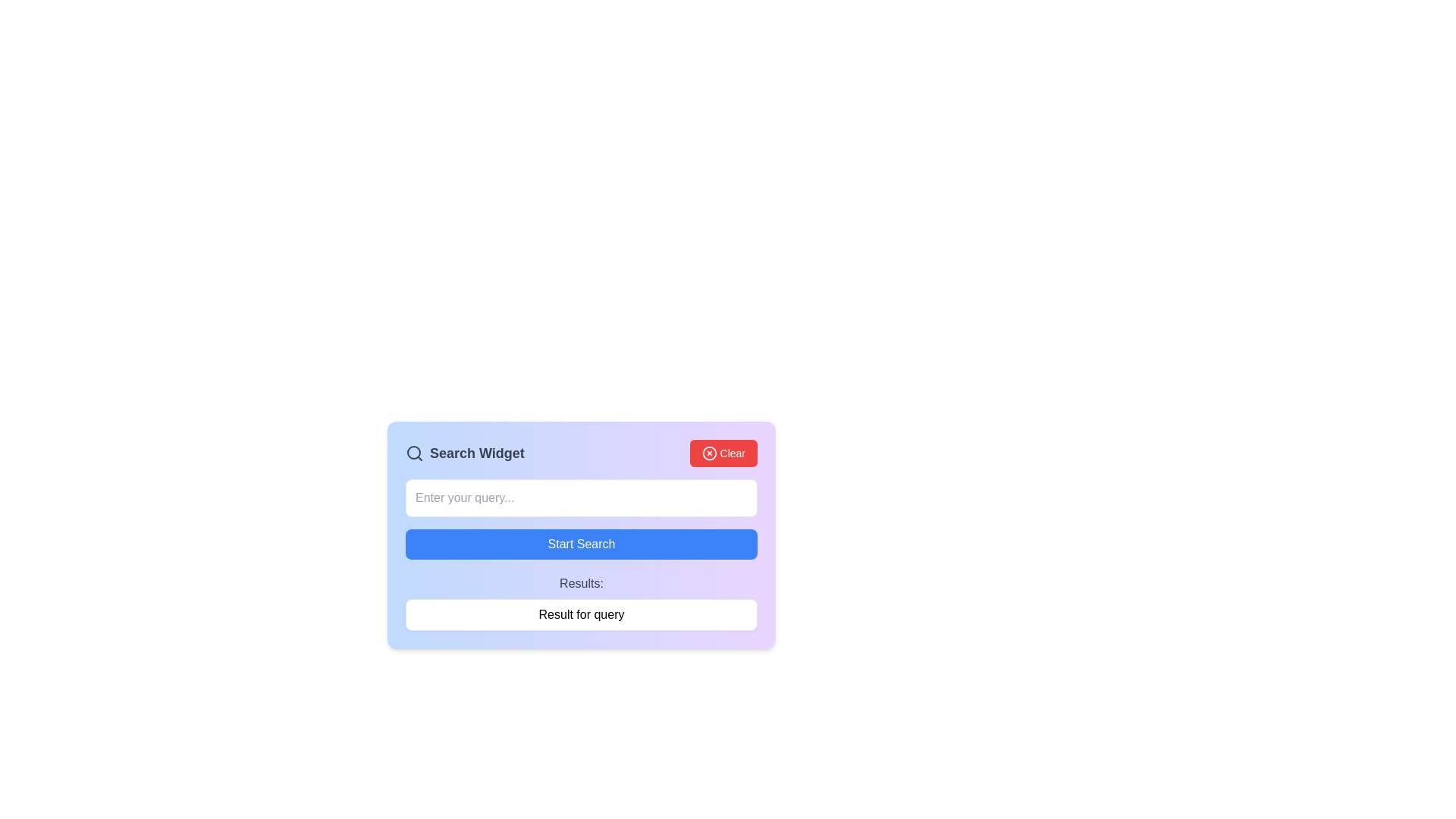 The width and height of the screenshot is (1456, 819). What do you see at coordinates (581, 583) in the screenshot?
I see `the static text label that reads 'Results:', which is positioned below the 'Start Search' button and above the result summary area` at bounding box center [581, 583].